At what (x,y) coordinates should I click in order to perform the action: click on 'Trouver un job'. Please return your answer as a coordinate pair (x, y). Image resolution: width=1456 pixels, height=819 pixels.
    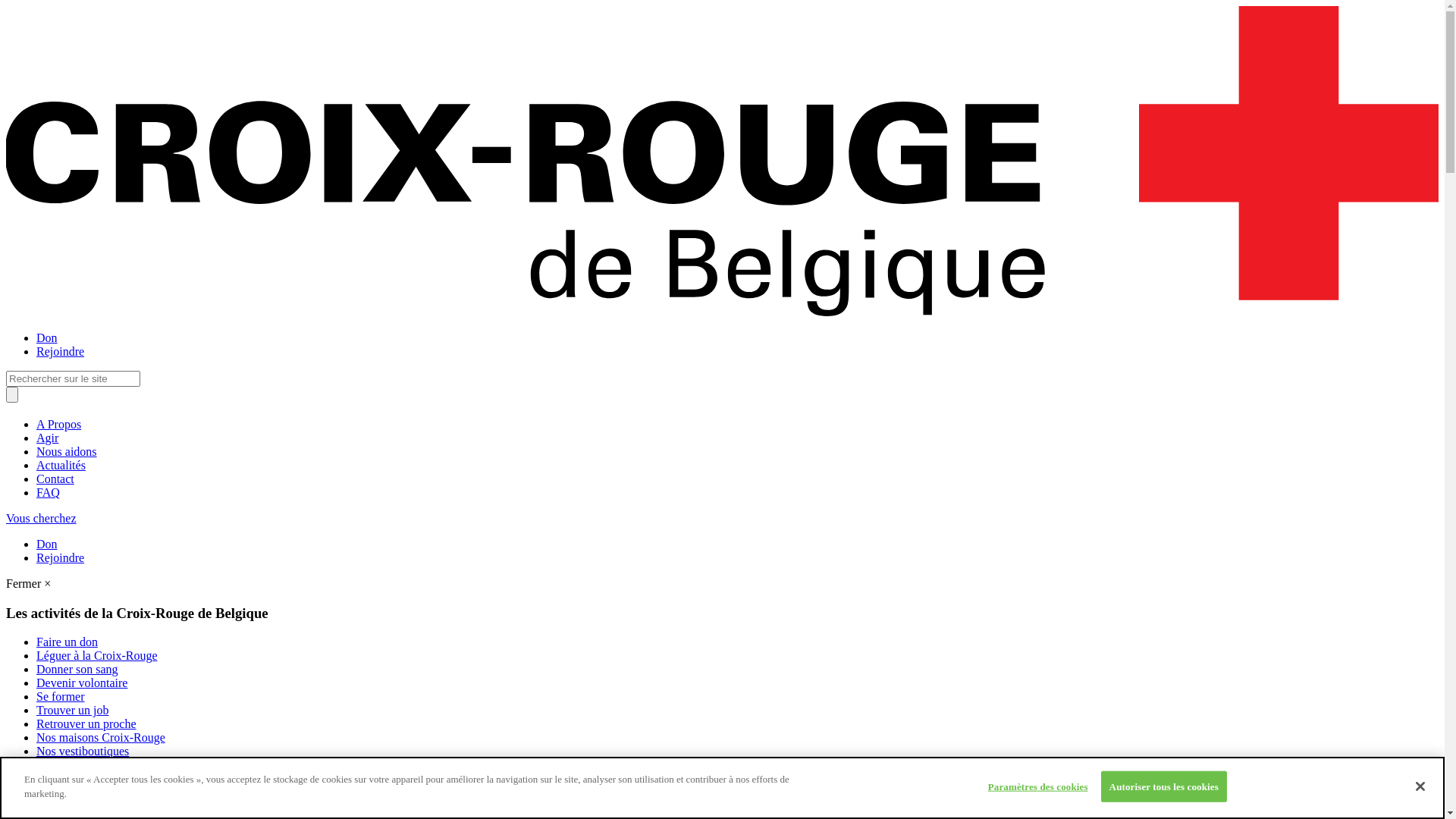
    Looking at the image, I should click on (71, 710).